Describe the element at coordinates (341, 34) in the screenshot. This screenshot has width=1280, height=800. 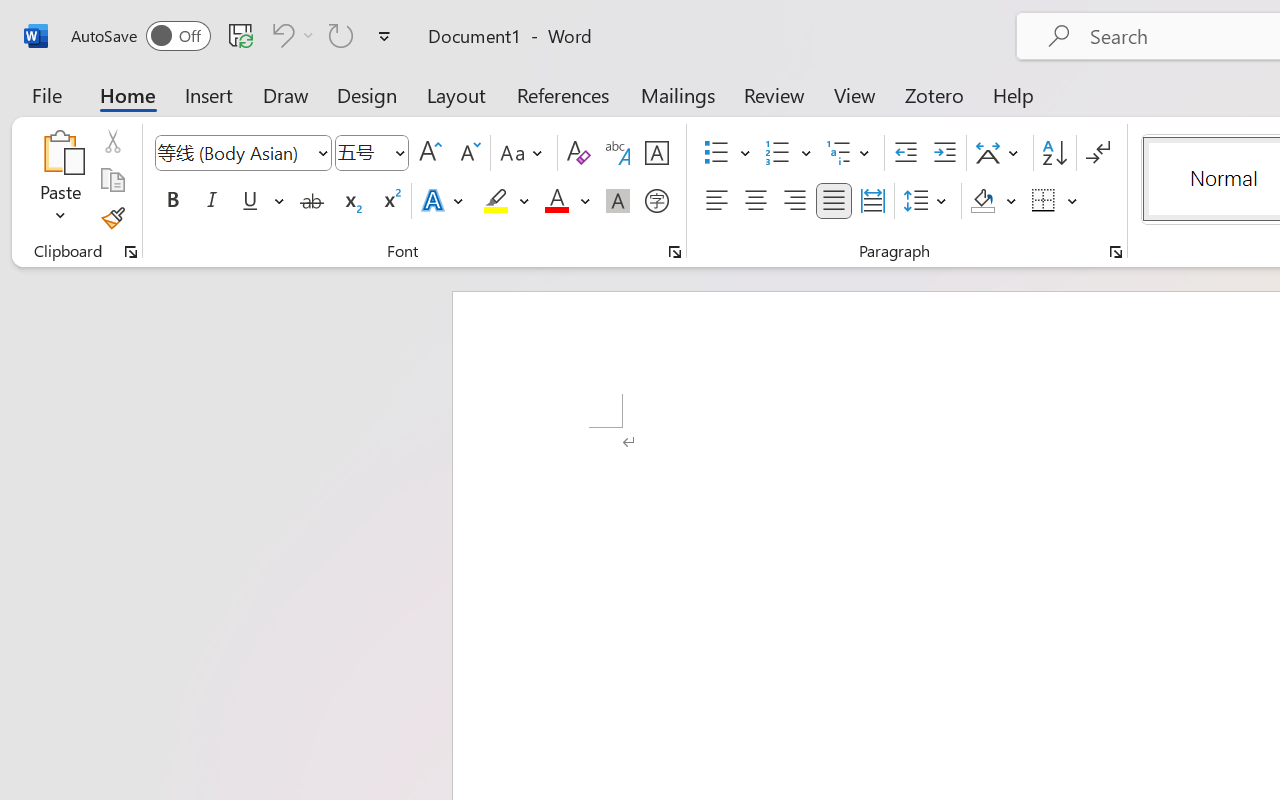
I see `'Can'` at that location.